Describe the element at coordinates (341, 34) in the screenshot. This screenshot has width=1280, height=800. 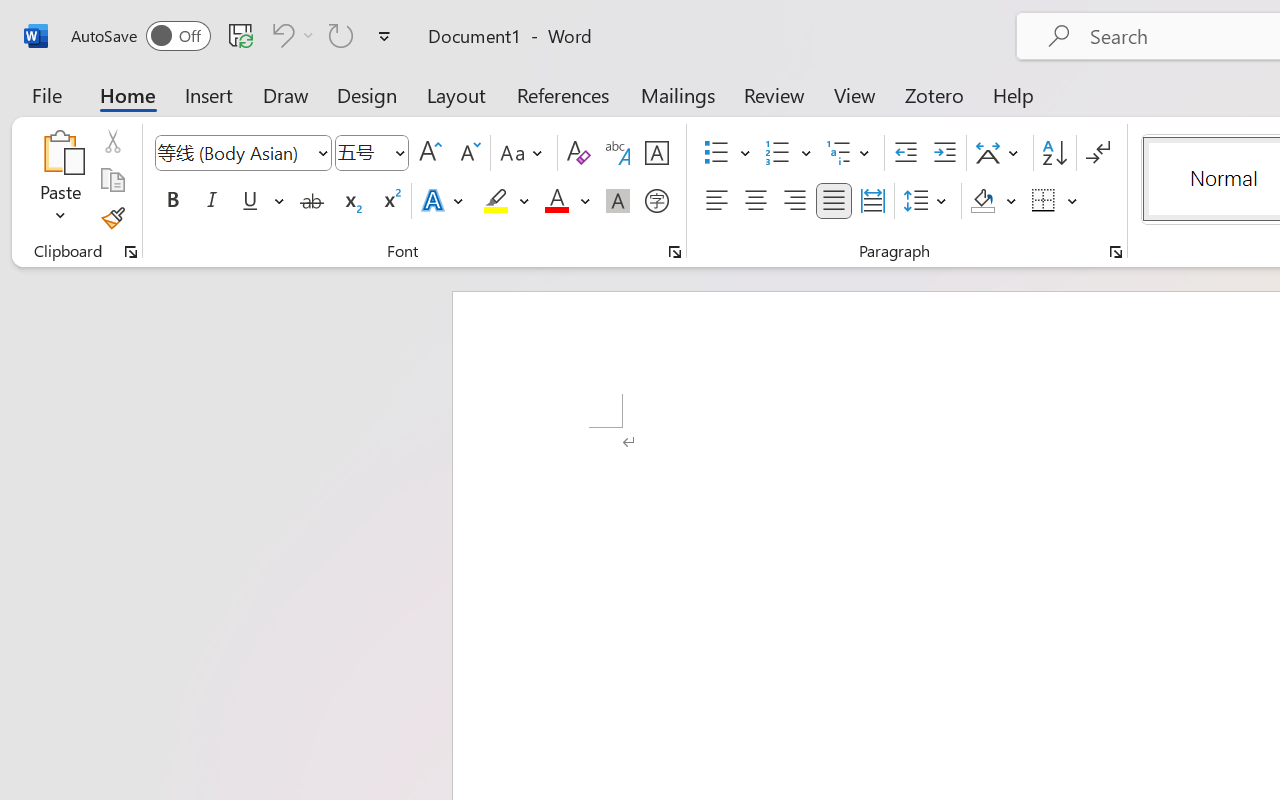
I see `'Can'` at that location.